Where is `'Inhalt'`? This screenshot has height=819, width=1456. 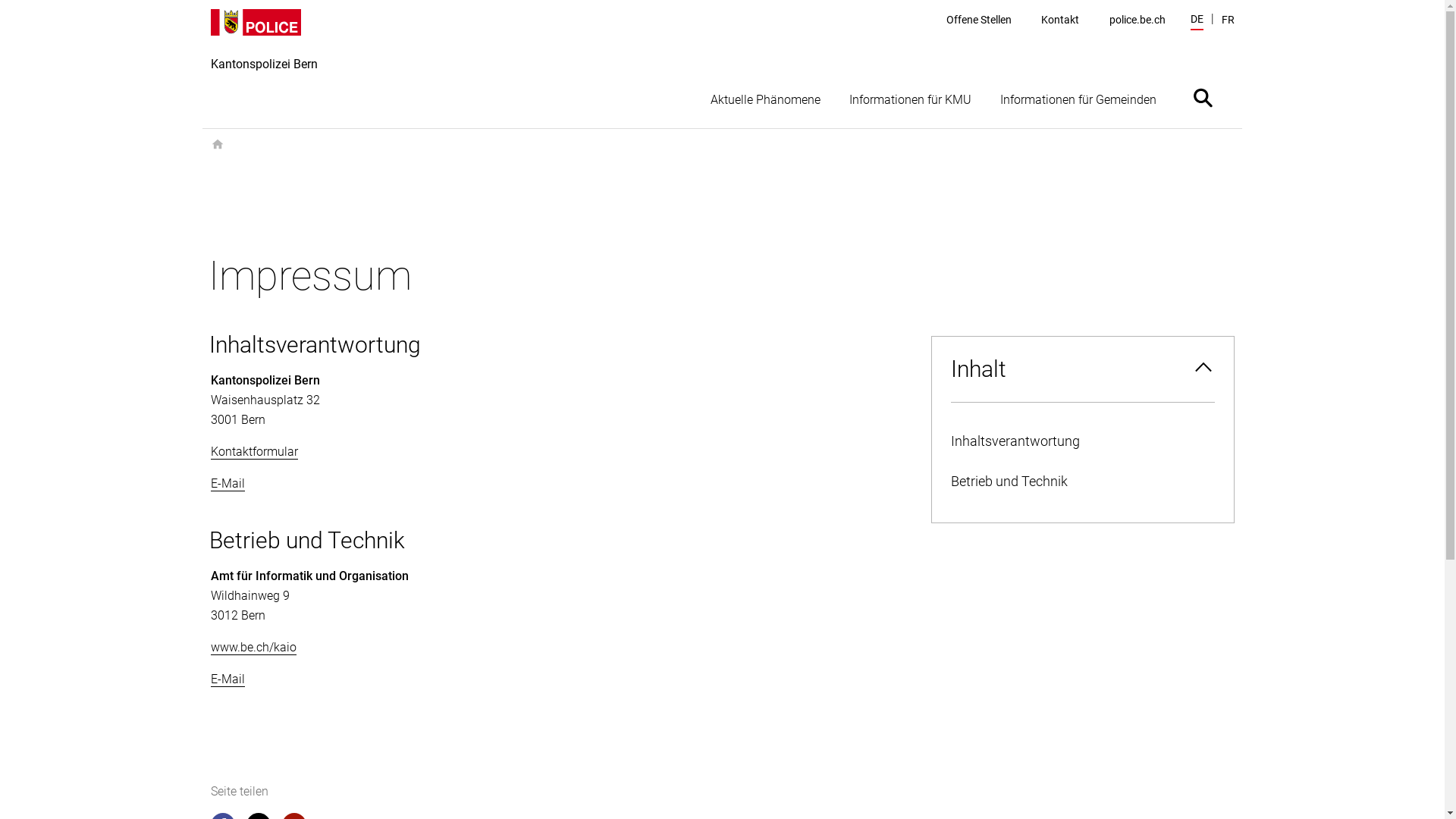
'Inhalt' is located at coordinates (1081, 369).